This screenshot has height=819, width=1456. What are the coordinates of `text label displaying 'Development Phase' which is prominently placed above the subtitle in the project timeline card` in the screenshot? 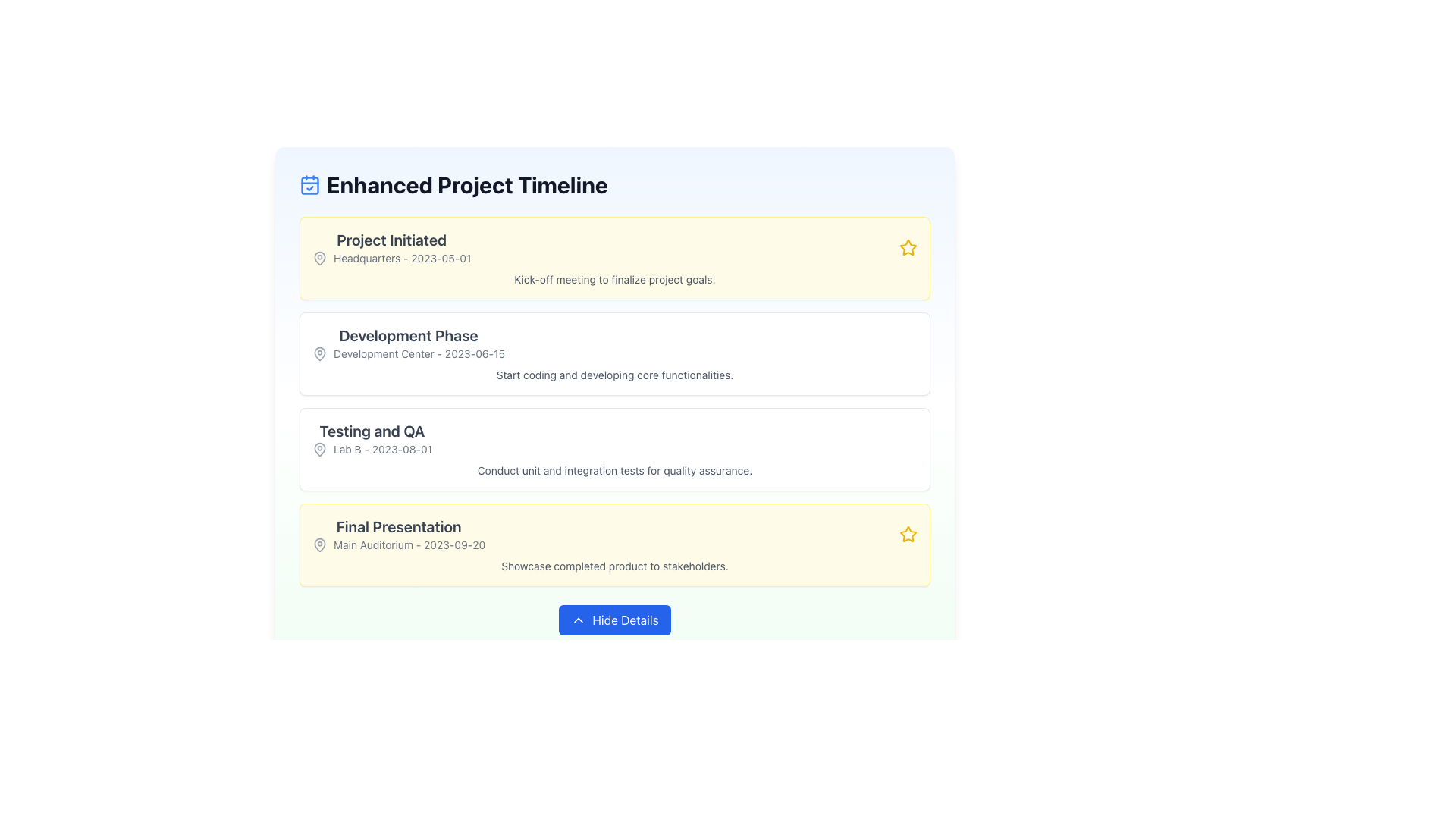 It's located at (408, 335).